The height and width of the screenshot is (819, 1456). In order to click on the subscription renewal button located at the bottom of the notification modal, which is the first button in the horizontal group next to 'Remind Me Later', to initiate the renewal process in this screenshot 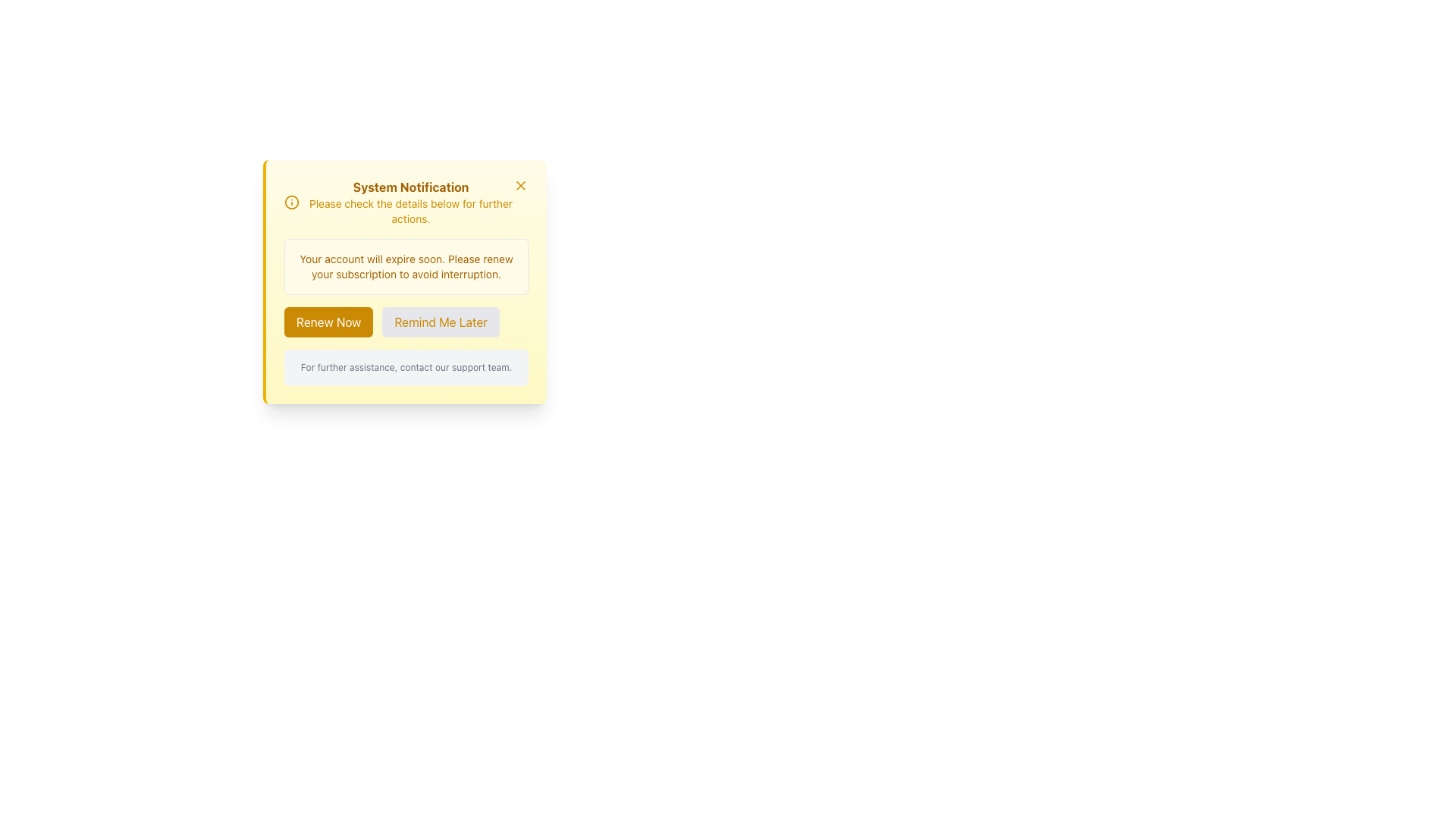, I will do `click(328, 321)`.